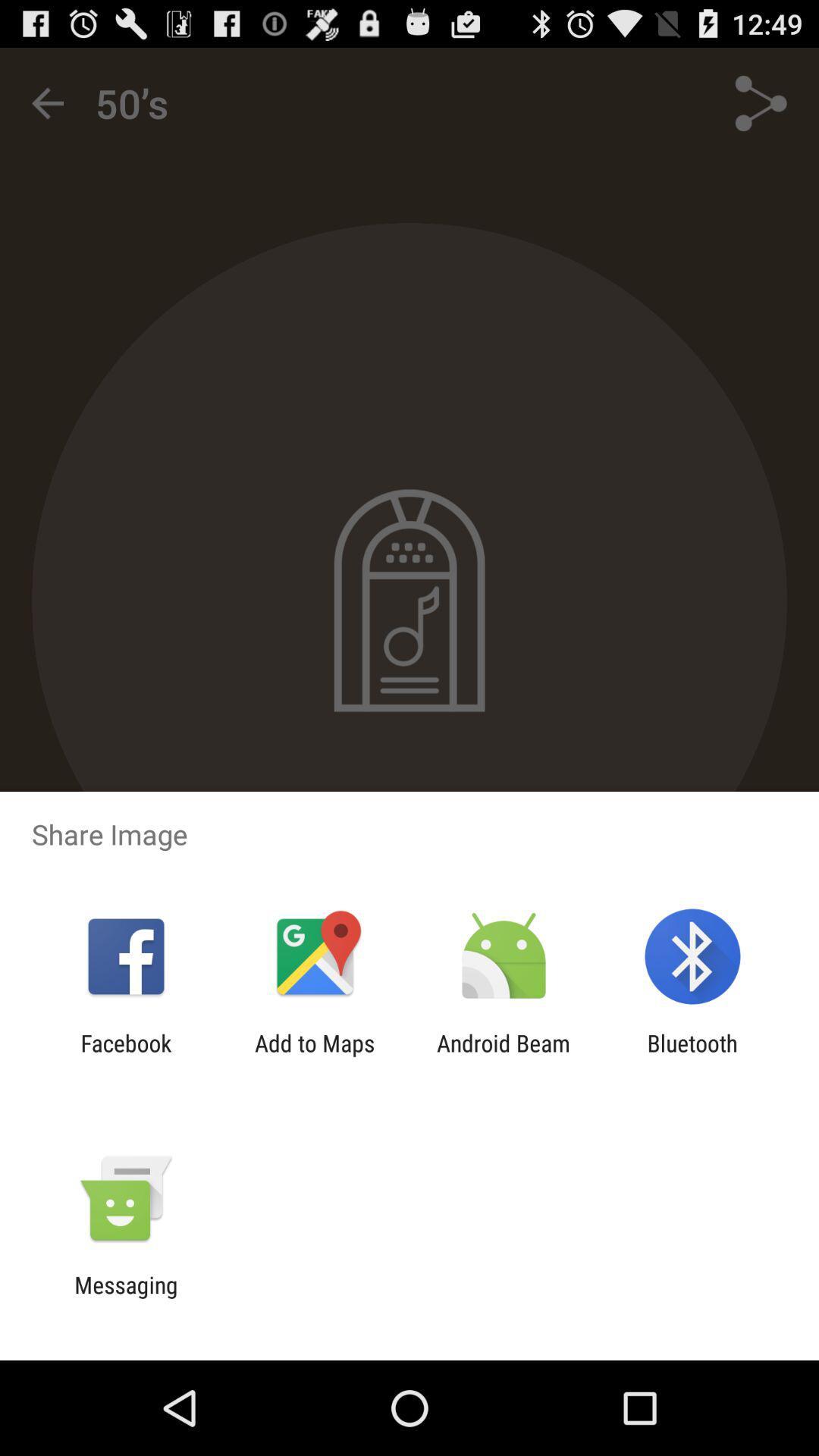  I want to click on the item next to add to maps, so click(125, 1056).